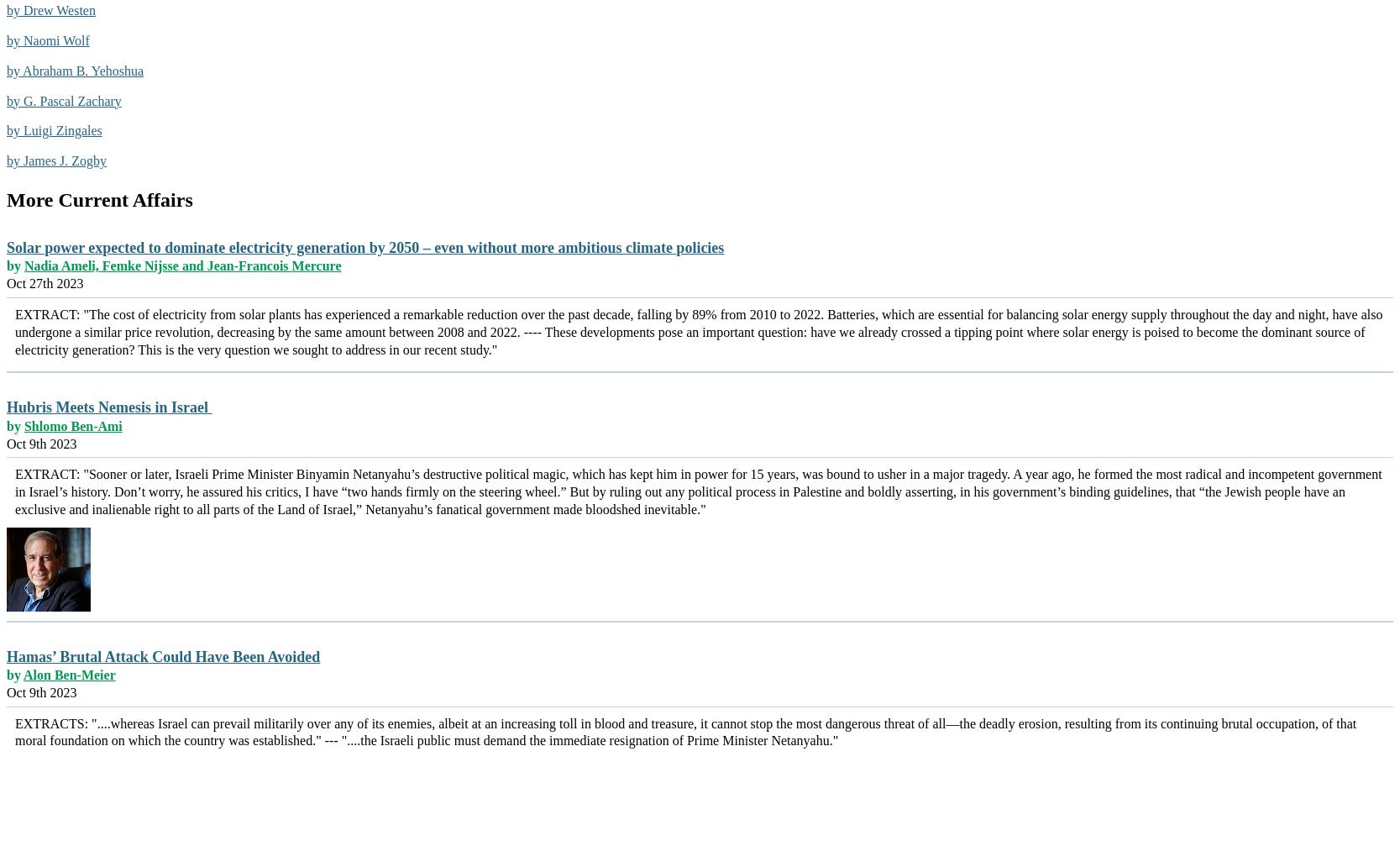 The image size is (1400, 867). Describe the element at coordinates (50, 10) in the screenshot. I see `'by Drew Westen'` at that location.